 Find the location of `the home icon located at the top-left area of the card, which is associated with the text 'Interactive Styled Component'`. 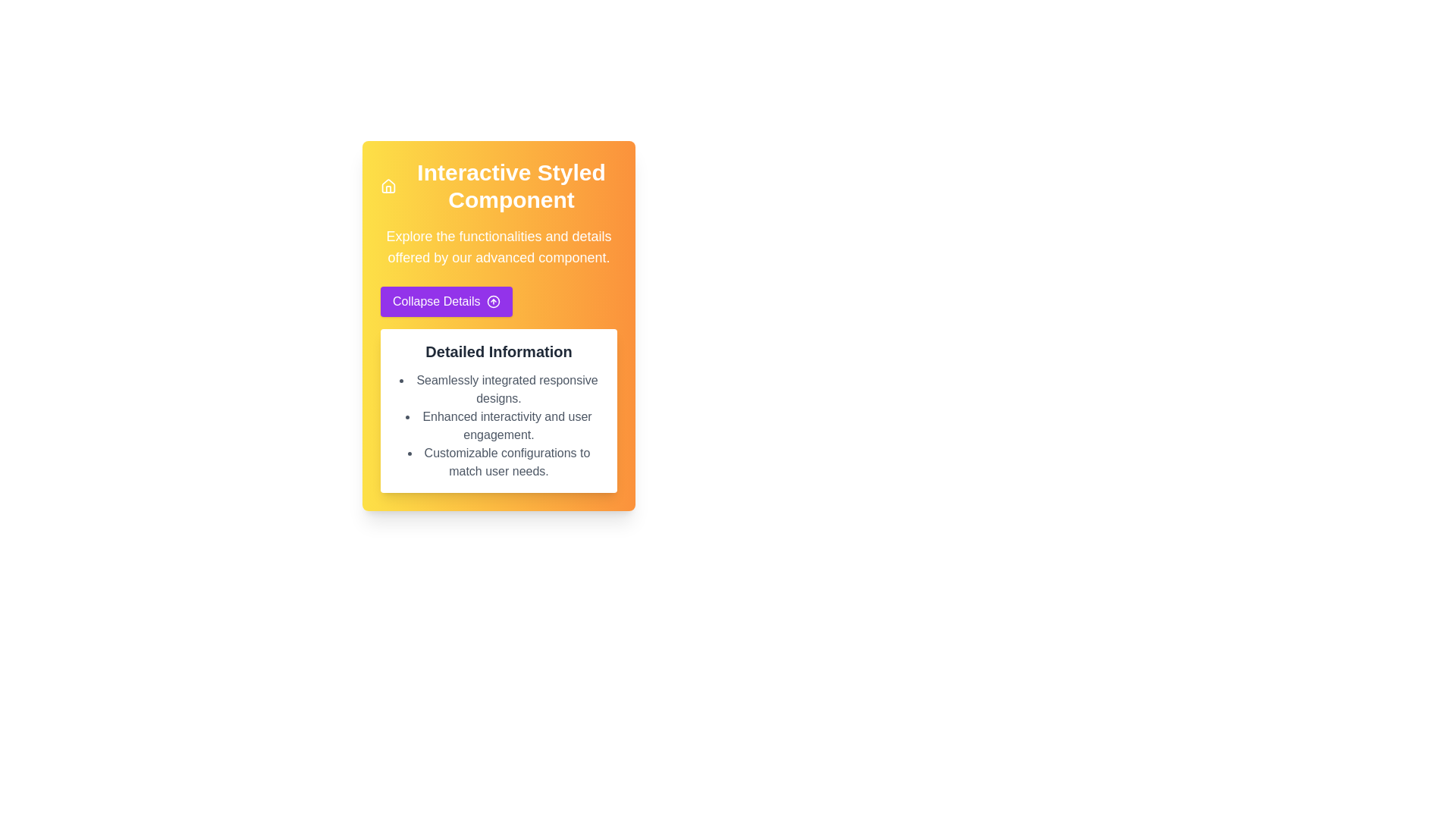

the home icon located at the top-left area of the card, which is associated with the text 'Interactive Styled Component' is located at coordinates (388, 186).